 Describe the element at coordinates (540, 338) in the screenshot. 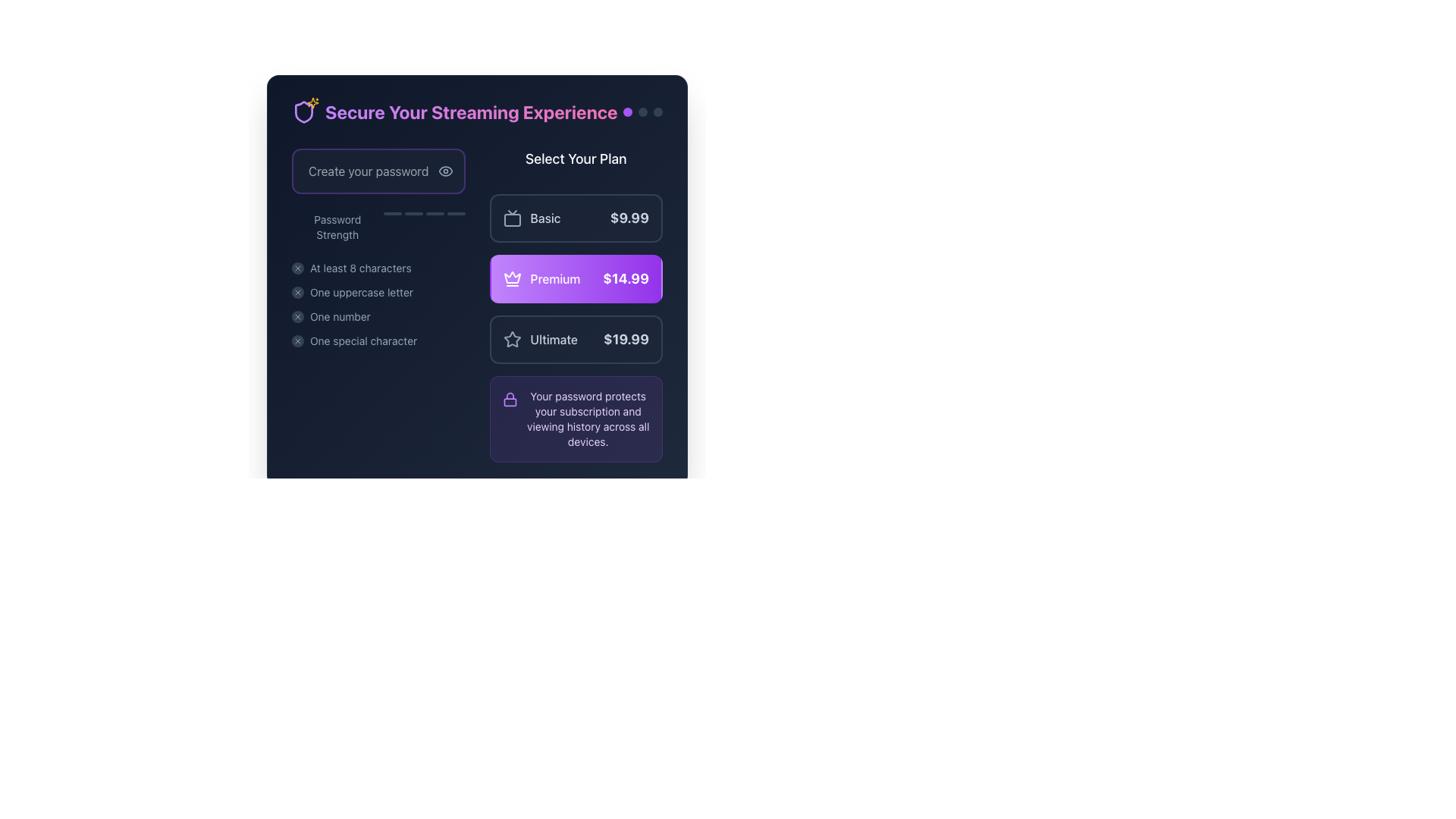

I see `the outlined star icon and the word 'Ultimate' in slate-gray text` at that location.